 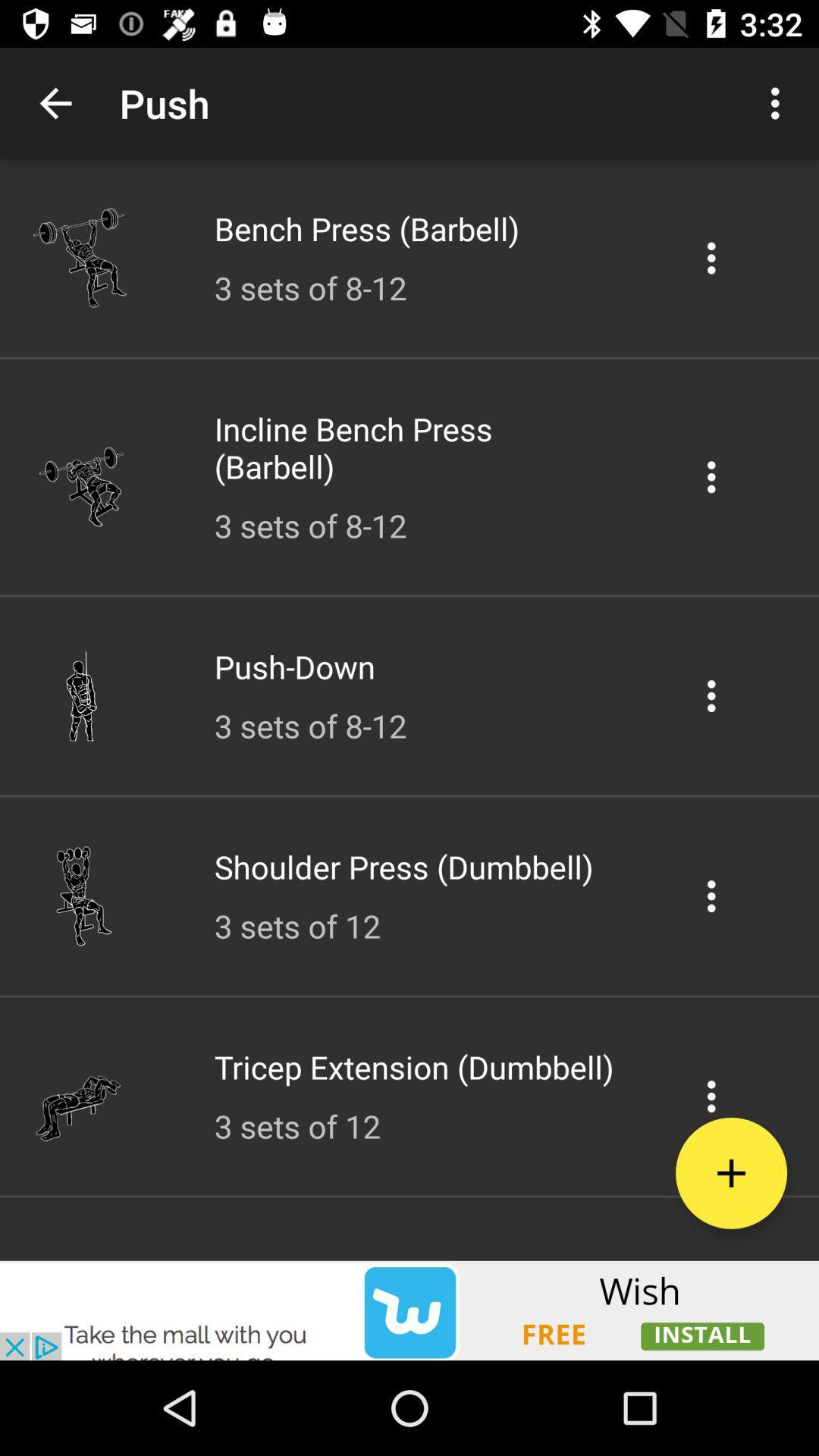 I want to click on workout, so click(x=730, y=1172).